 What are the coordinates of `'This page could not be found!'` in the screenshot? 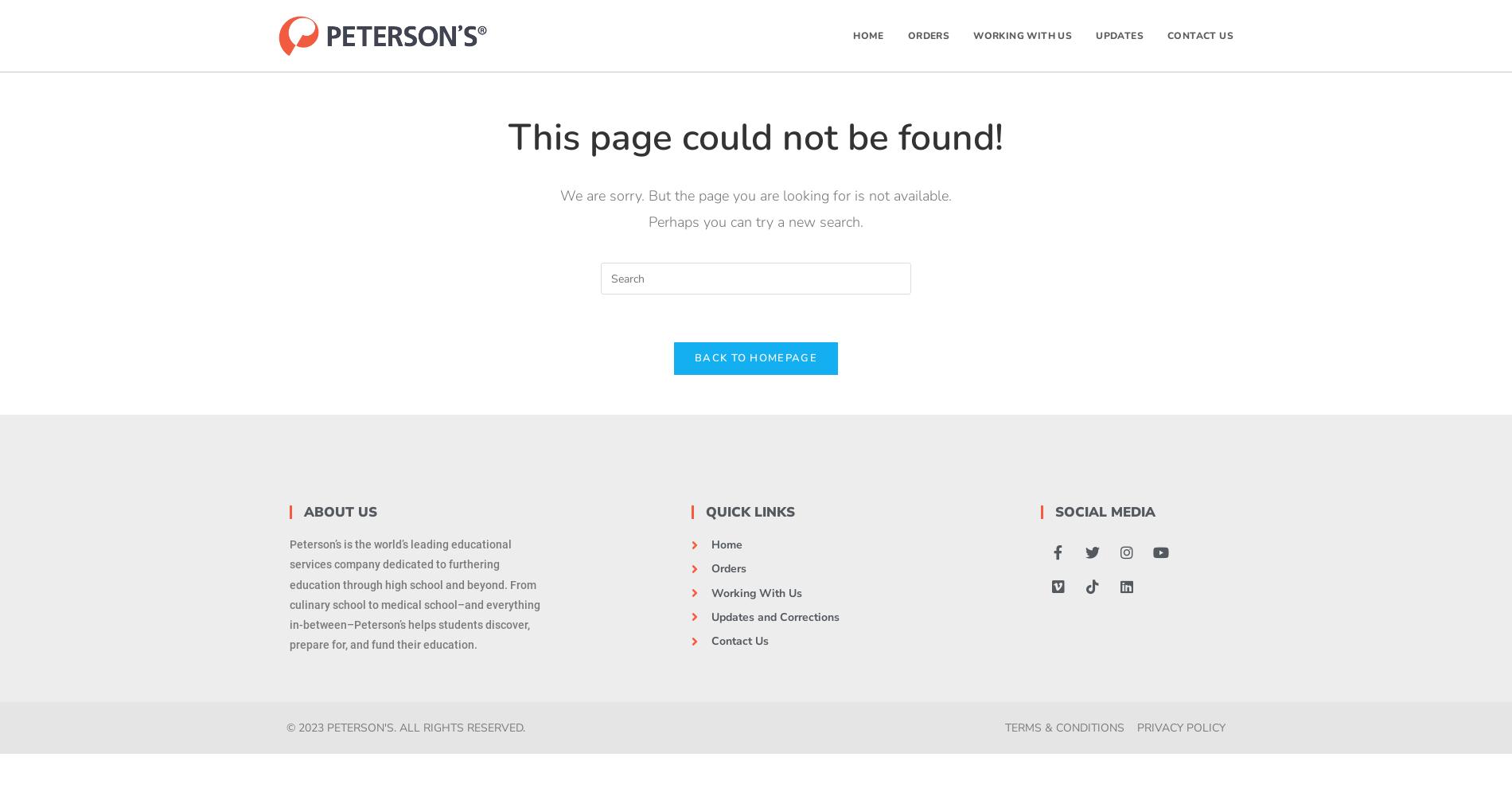 It's located at (756, 137).